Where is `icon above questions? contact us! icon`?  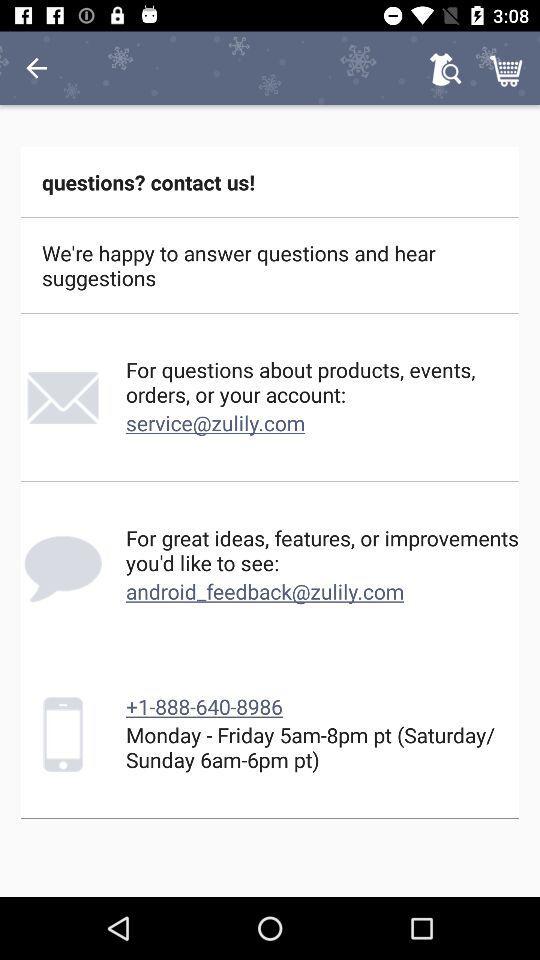 icon above questions? contact us! icon is located at coordinates (445, 68).